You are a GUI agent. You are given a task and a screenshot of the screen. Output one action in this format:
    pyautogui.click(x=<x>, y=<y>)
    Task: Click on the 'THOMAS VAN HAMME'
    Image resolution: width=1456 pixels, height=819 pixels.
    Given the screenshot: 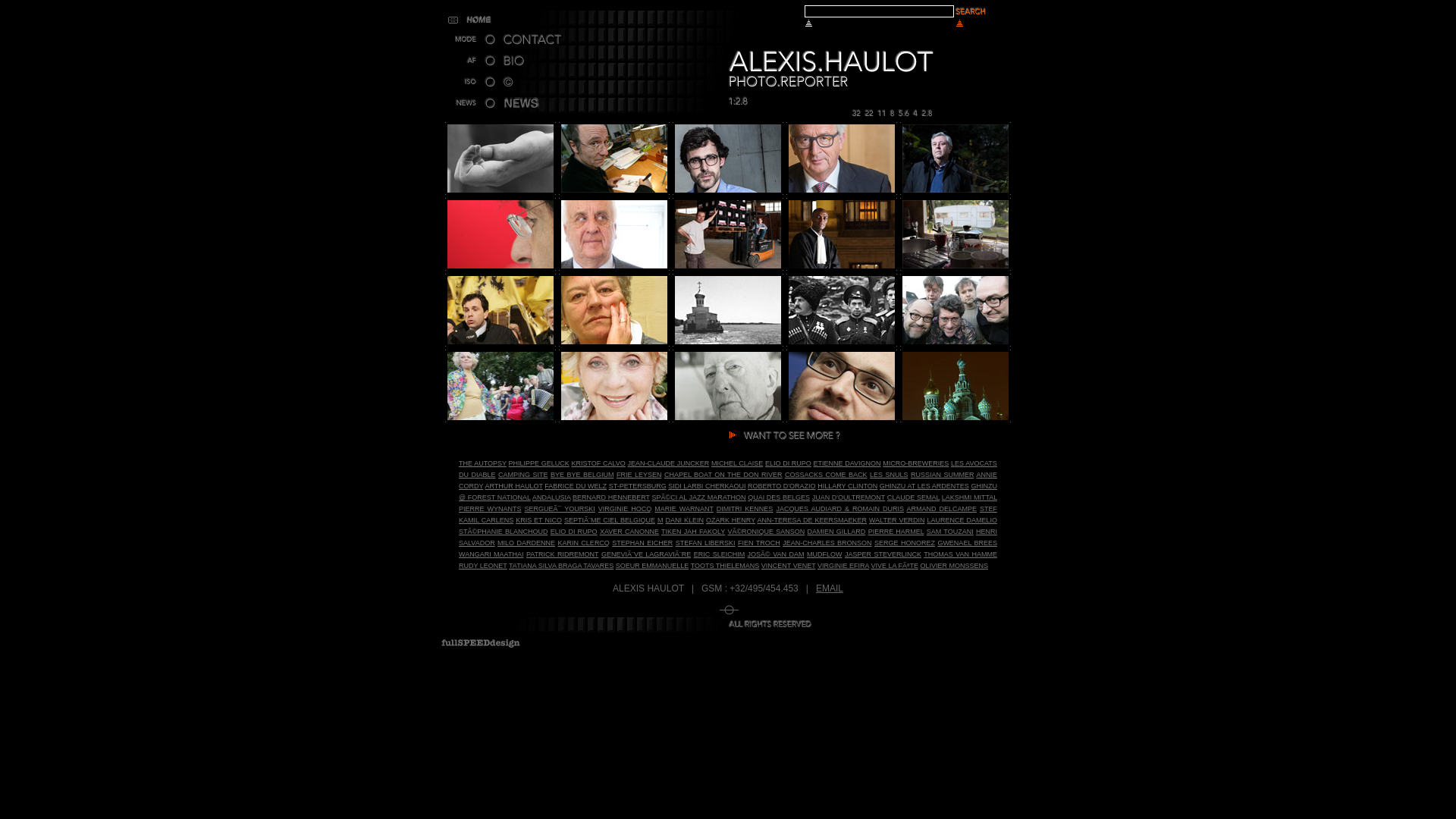 What is the action you would take?
    pyautogui.click(x=959, y=554)
    